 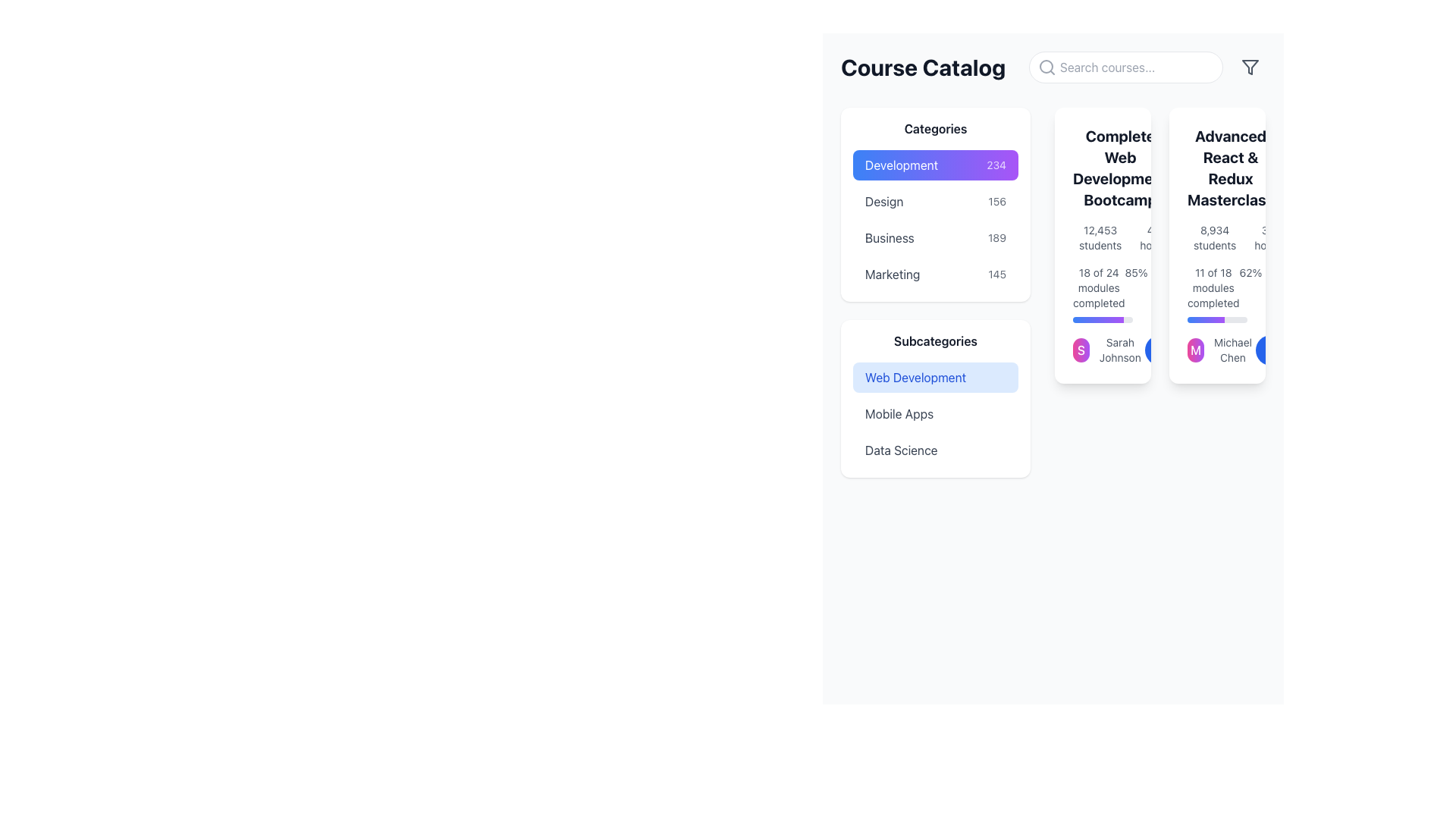 What do you see at coordinates (1103, 168) in the screenshot?
I see `the text label that says 'Complete Web Development Bootcamp', which is positioned at the top of the central card in the interface` at bounding box center [1103, 168].